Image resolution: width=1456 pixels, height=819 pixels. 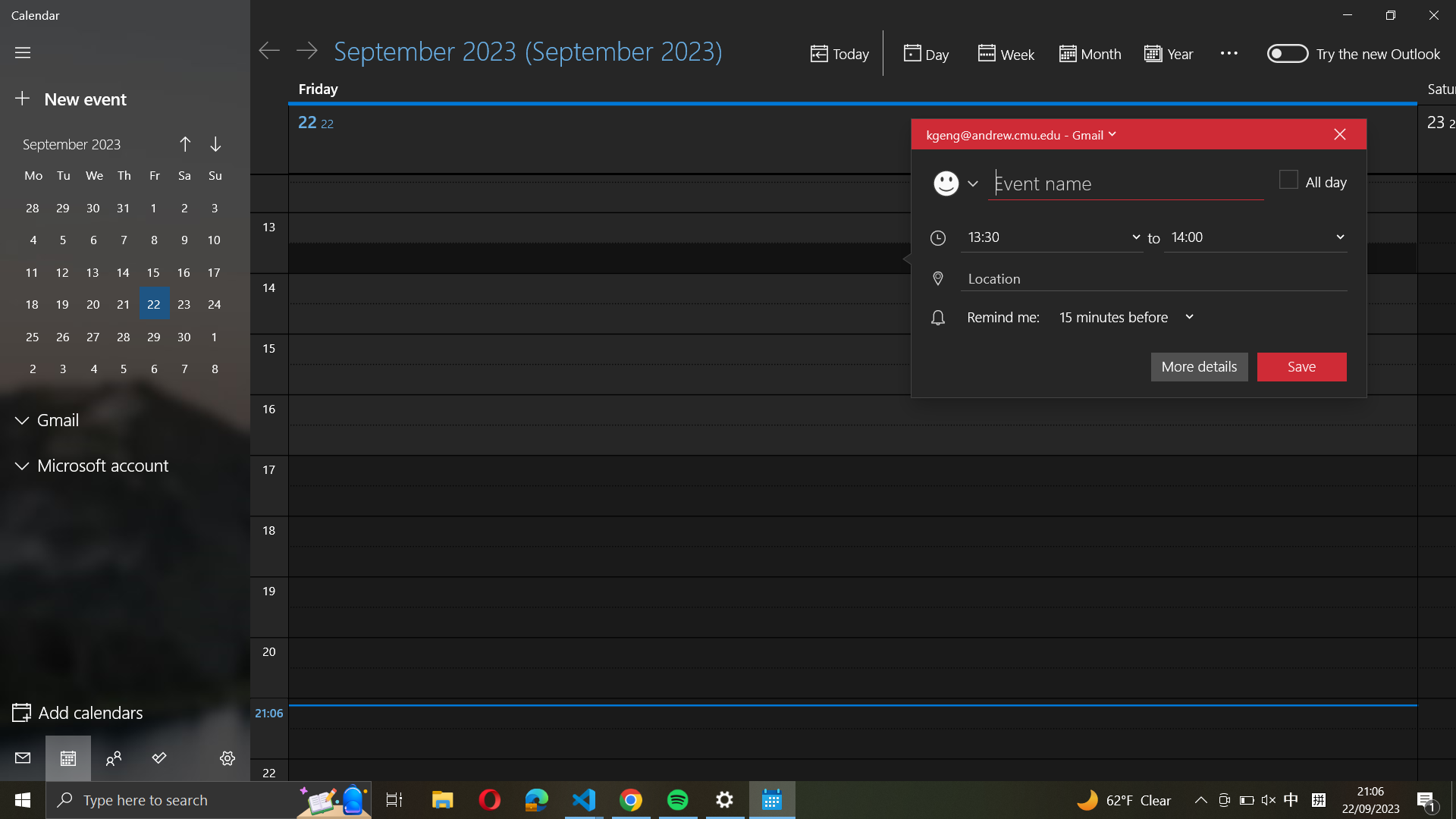 I want to click on Save the current event, so click(x=1301, y=366).